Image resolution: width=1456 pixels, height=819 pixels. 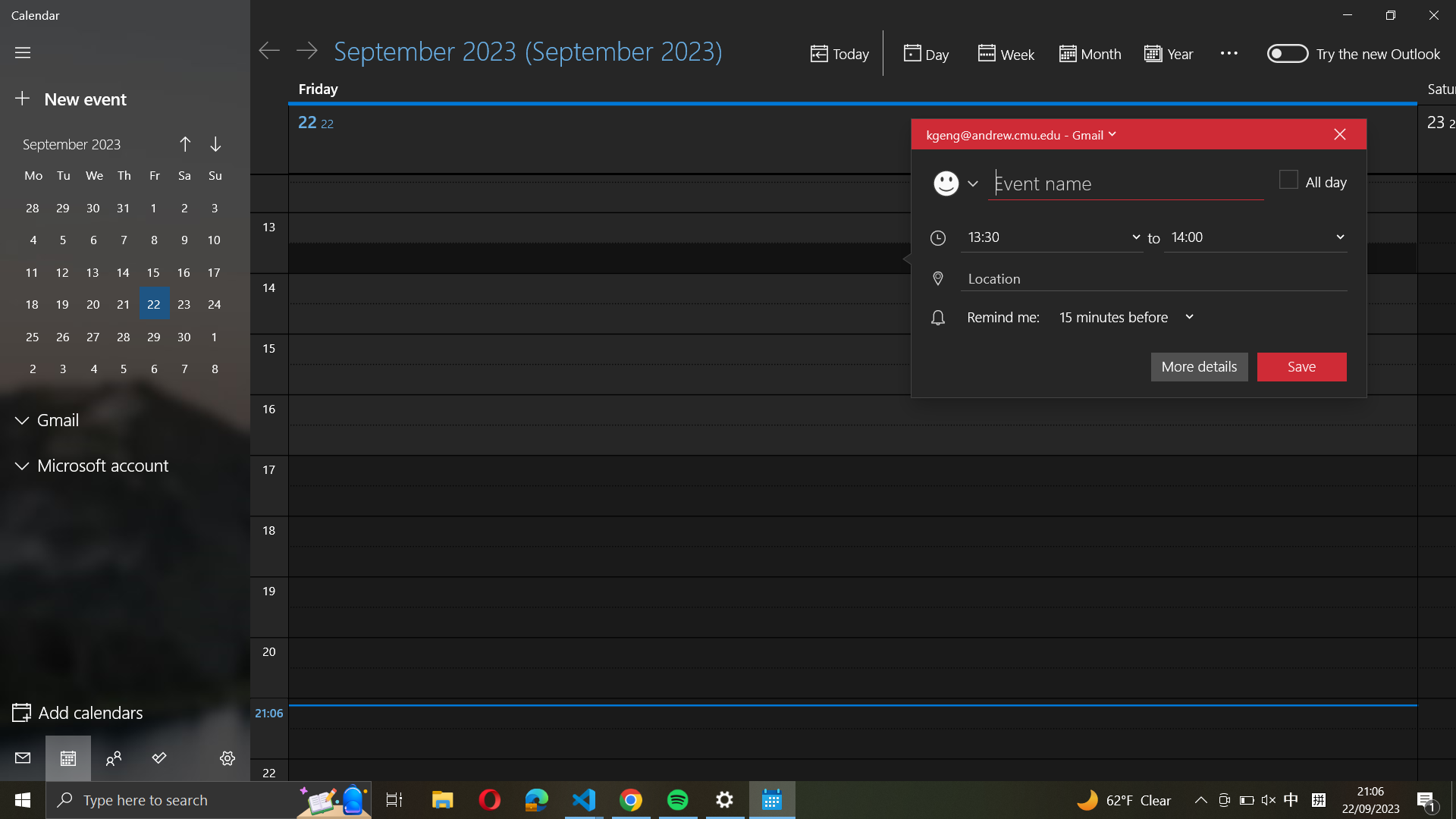 I want to click on Save the current event, so click(x=1301, y=366).